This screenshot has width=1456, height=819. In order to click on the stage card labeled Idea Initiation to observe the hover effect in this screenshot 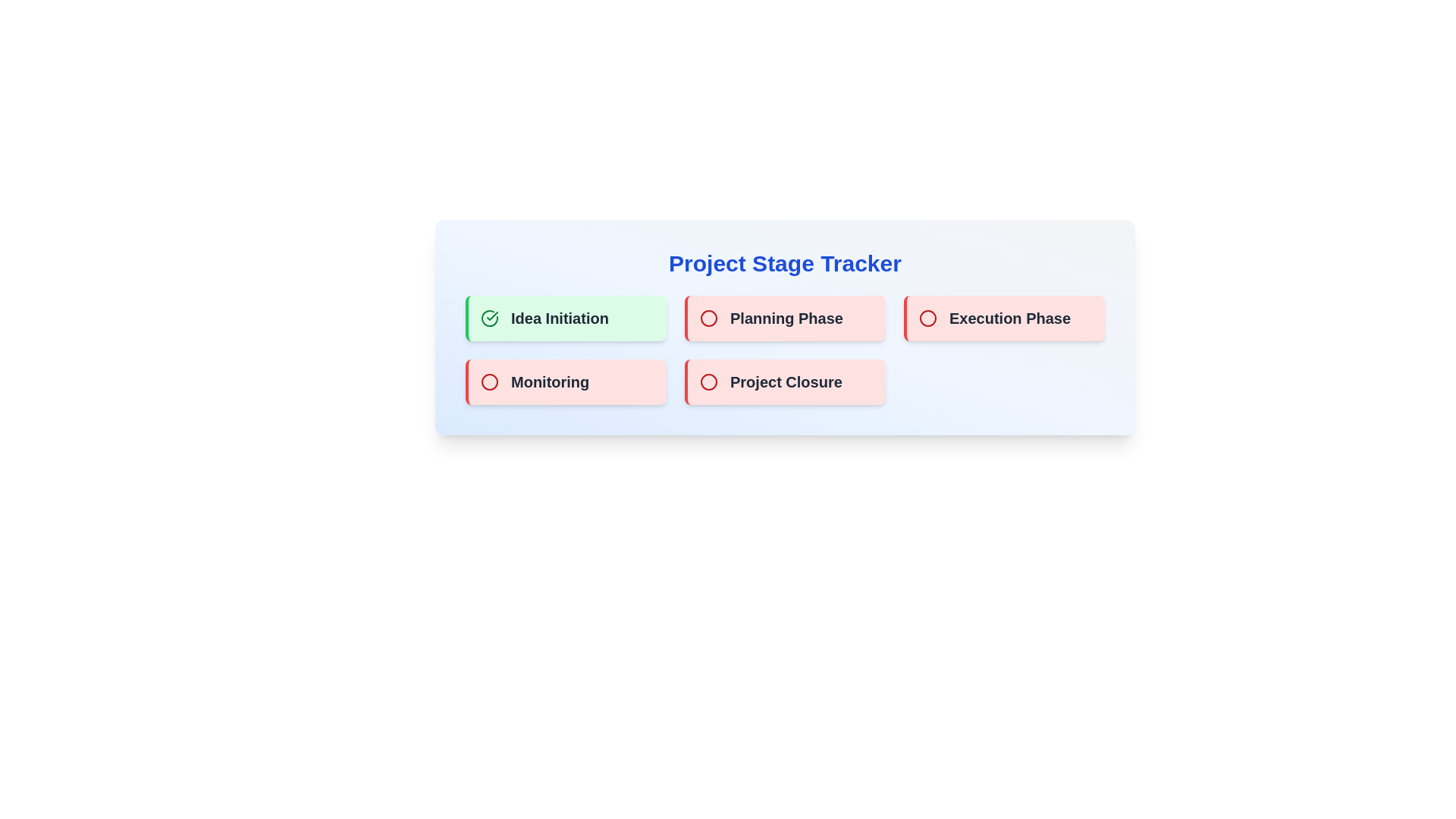, I will do `click(565, 318)`.